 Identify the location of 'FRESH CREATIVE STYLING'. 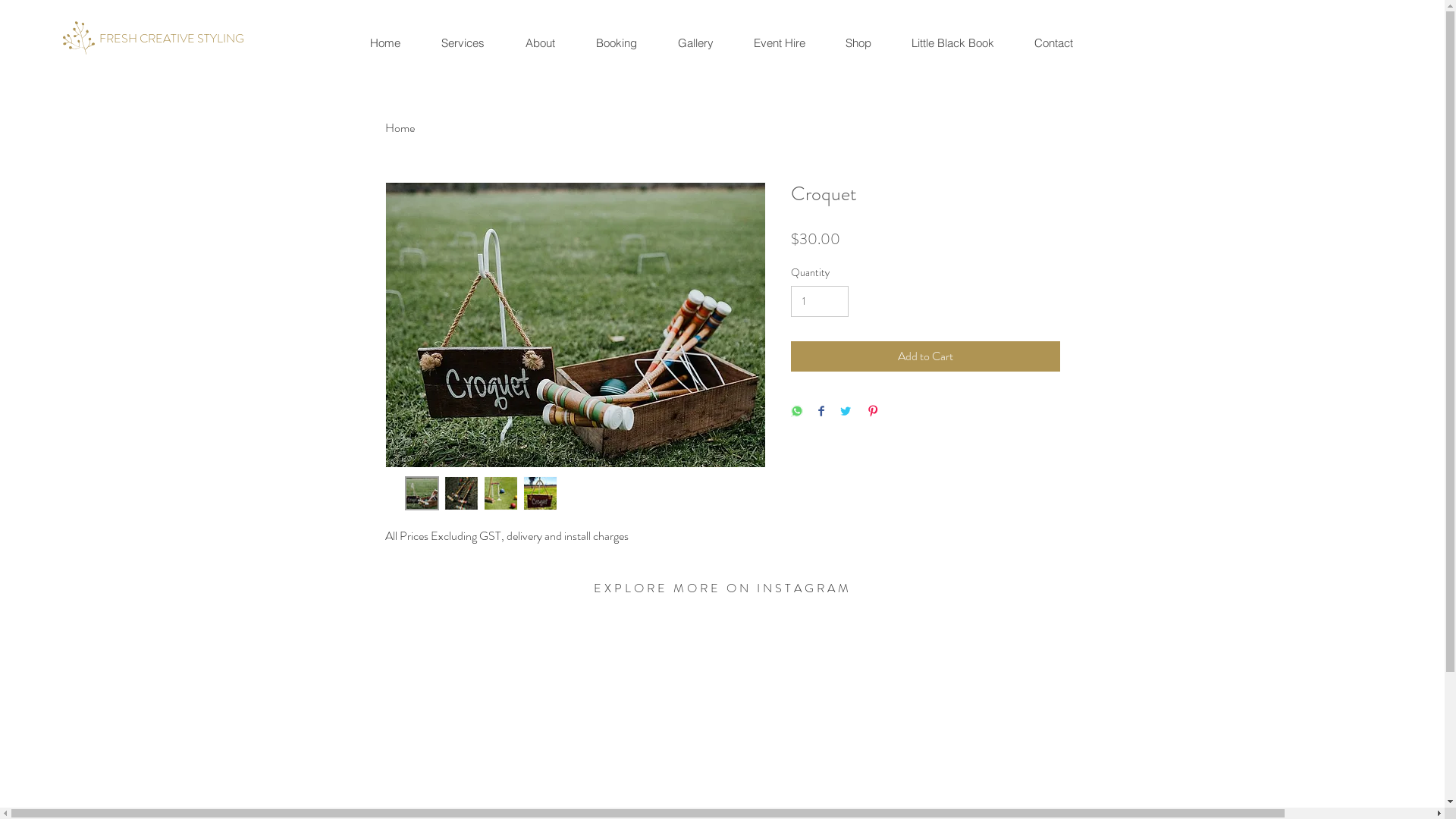
(171, 37).